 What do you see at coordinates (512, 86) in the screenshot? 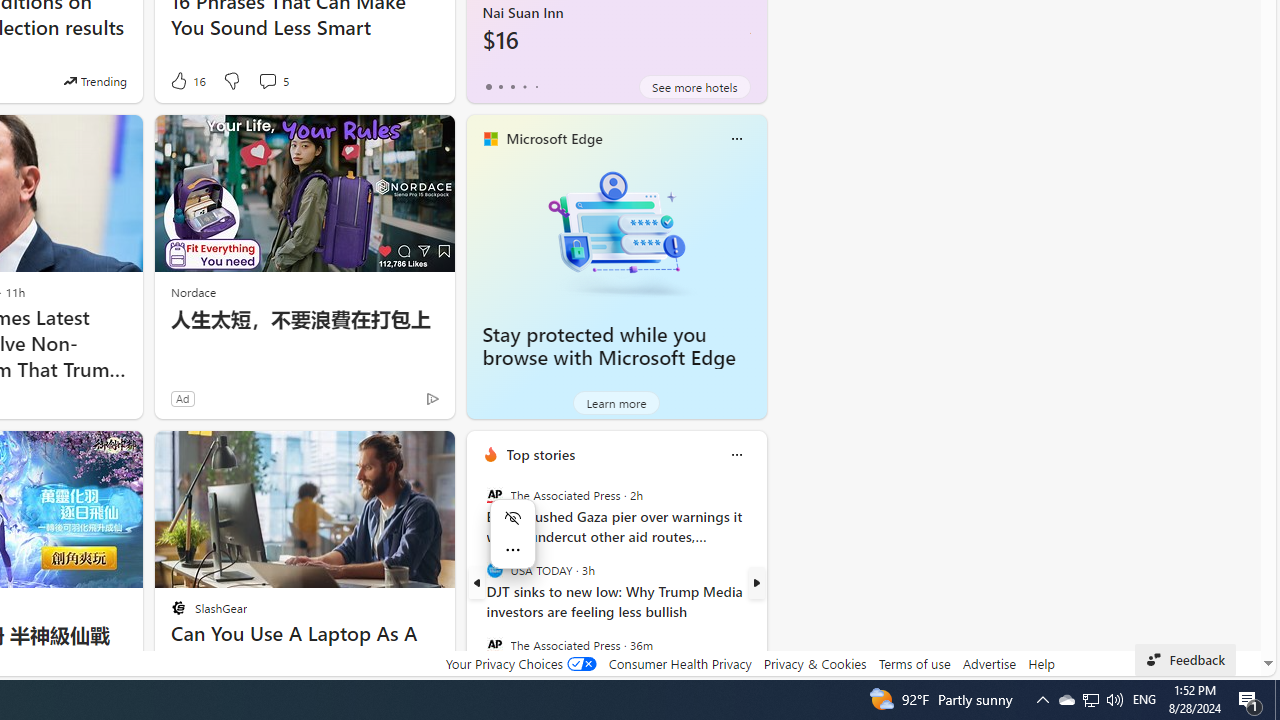
I see `'tab-2'` at bounding box center [512, 86].